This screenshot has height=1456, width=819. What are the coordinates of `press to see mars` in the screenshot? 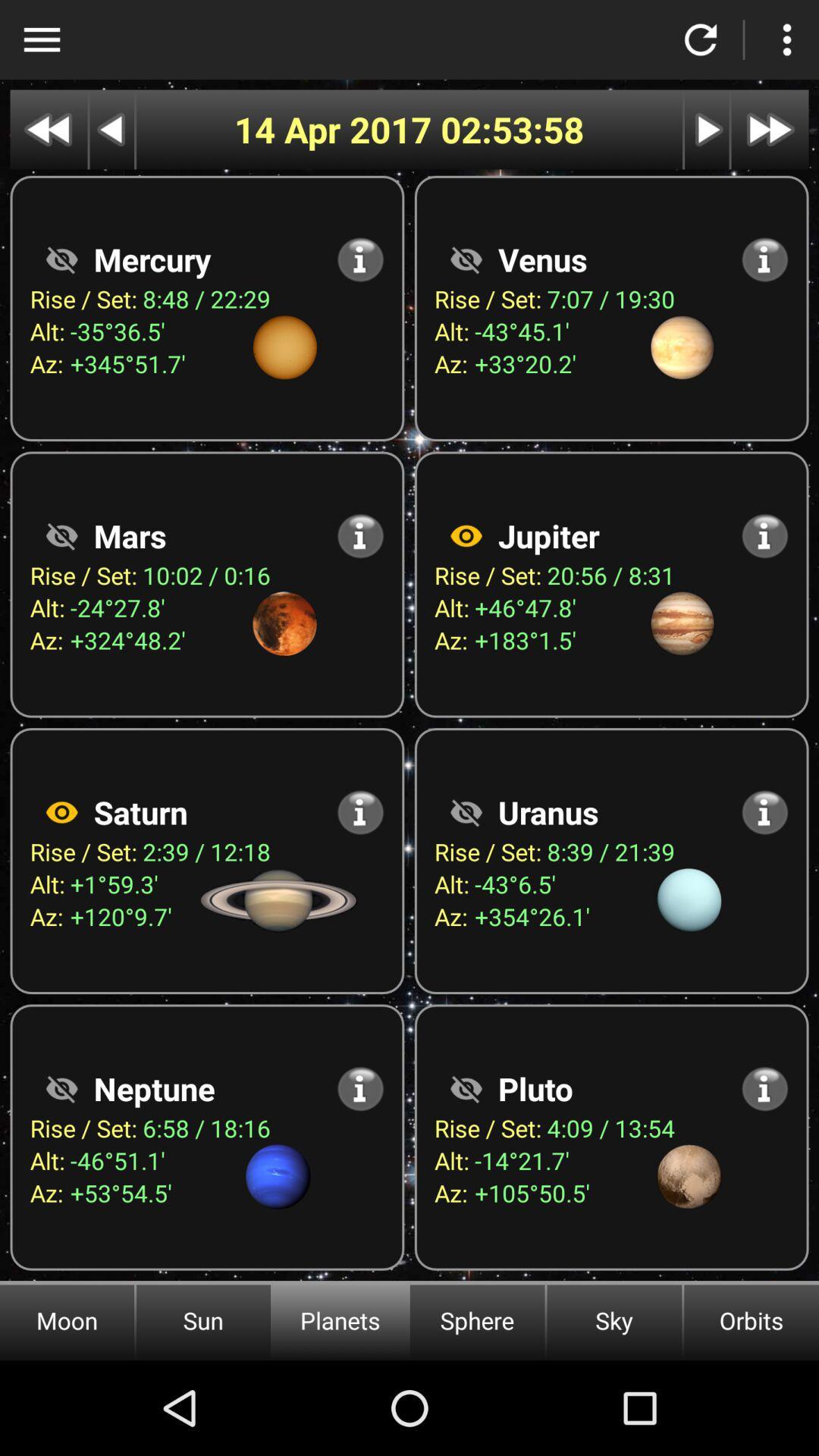 It's located at (61, 535).